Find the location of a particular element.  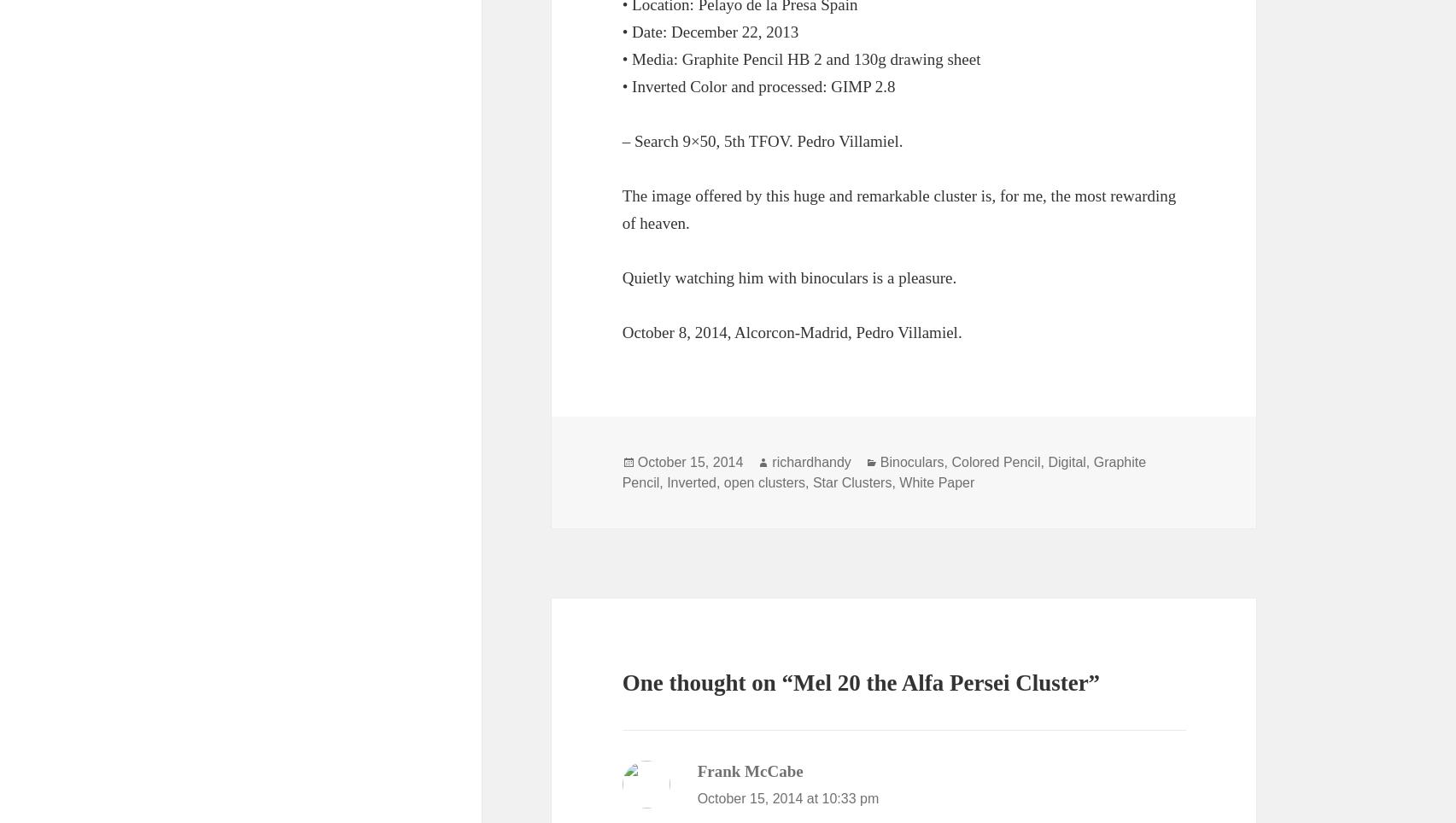

'• Inverted Color and processed: GIMP 2.8' is located at coordinates (757, 85).